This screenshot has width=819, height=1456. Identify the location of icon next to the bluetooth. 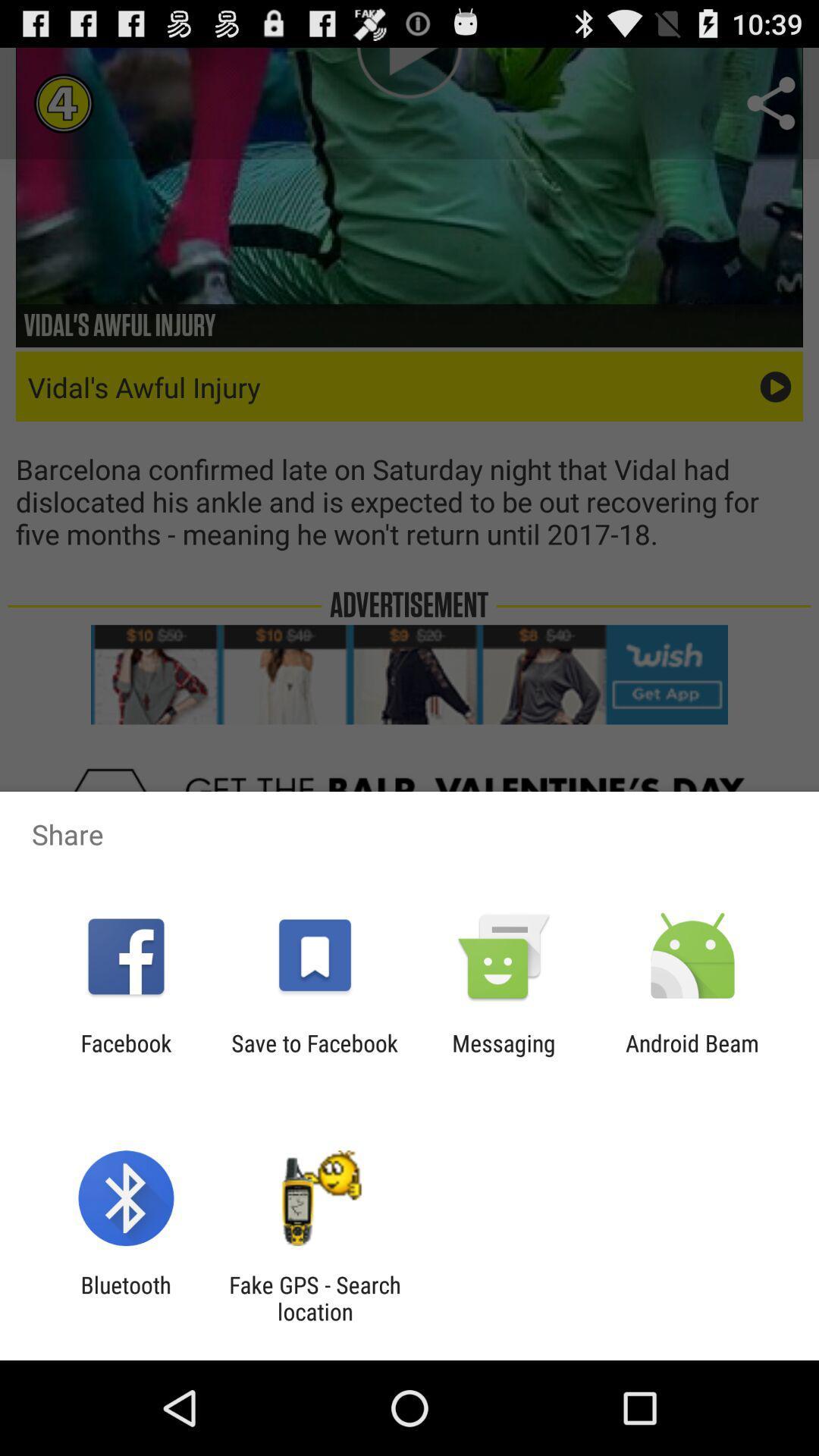
(314, 1298).